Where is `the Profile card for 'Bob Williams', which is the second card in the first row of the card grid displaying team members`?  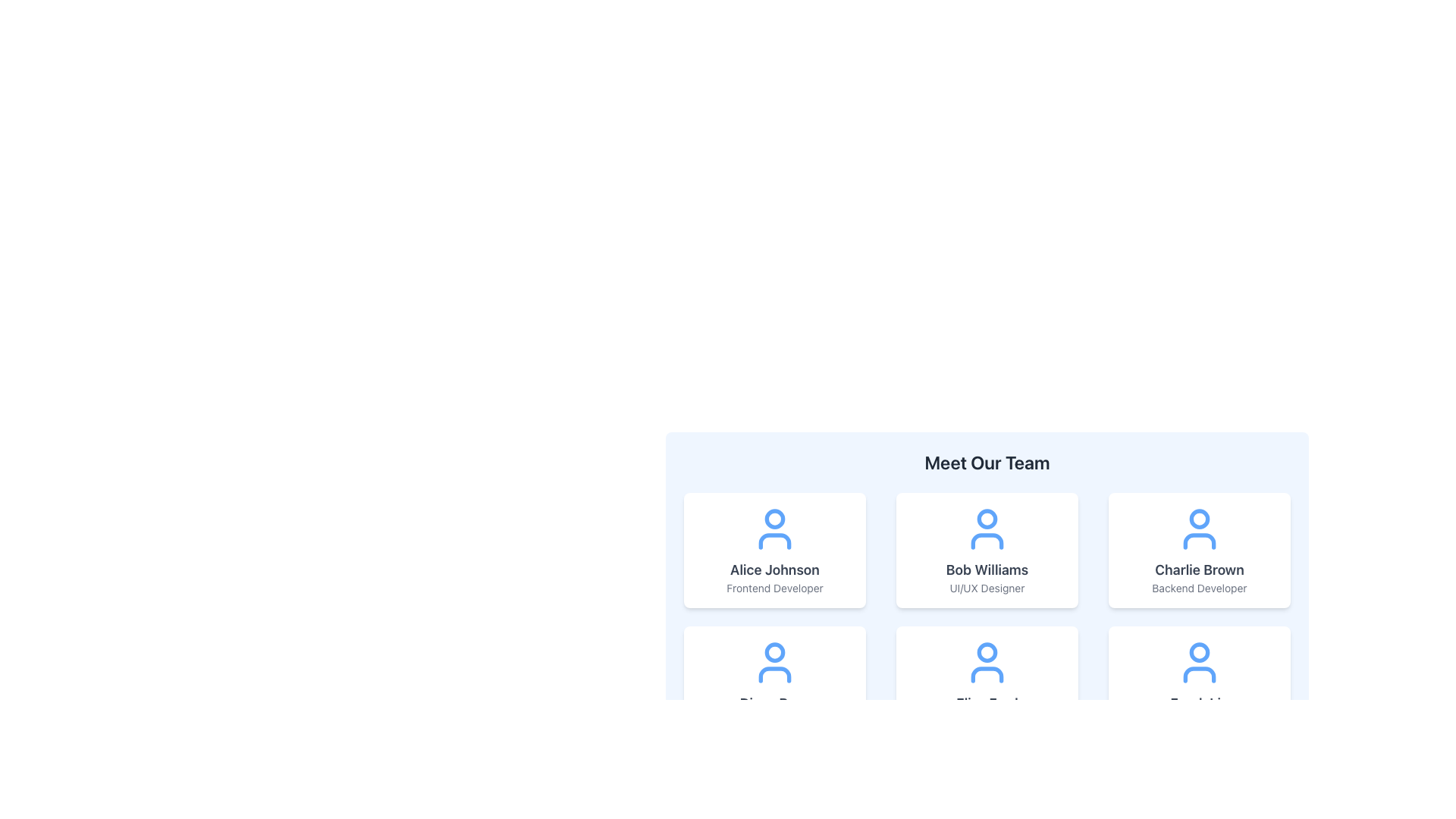
the Profile card for 'Bob Williams', which is the second card in the first row of the card grid displaying team members is located at coordinates (987, 595).